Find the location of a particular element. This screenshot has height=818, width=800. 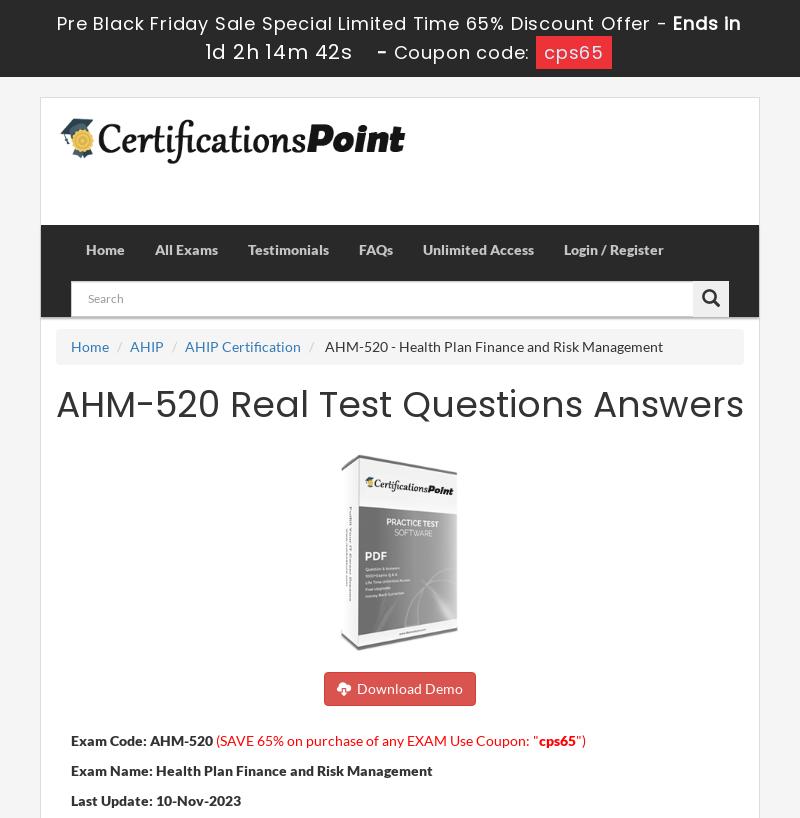

'AHIP Certification' is located at coordinates (241, 345).